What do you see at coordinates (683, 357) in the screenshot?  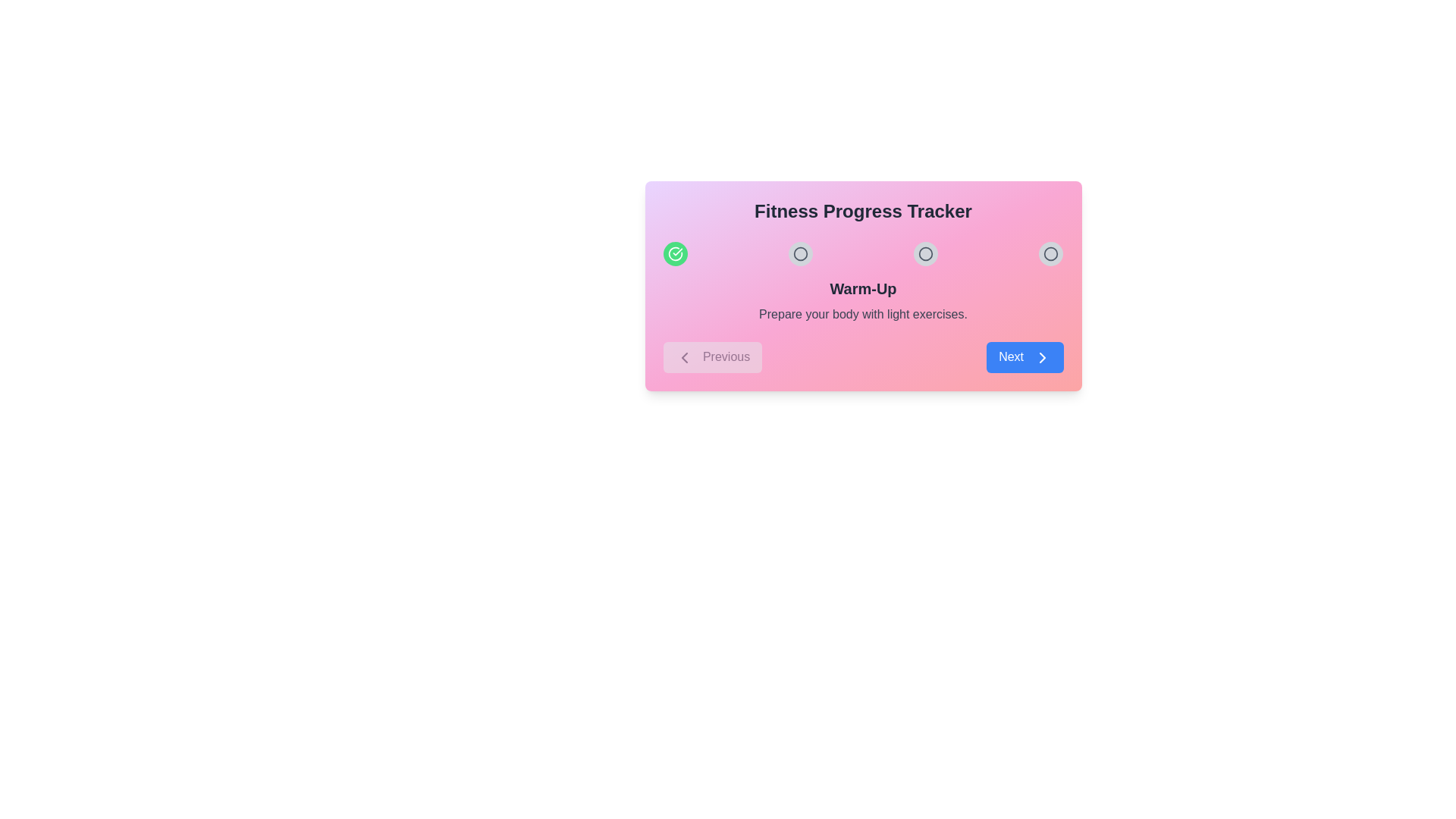 I see `the icon located to the left of the 'Previous' text in the 'Previous' button of the 'Fitness Progress Tracker' interface` at bounding box center [683, 357].